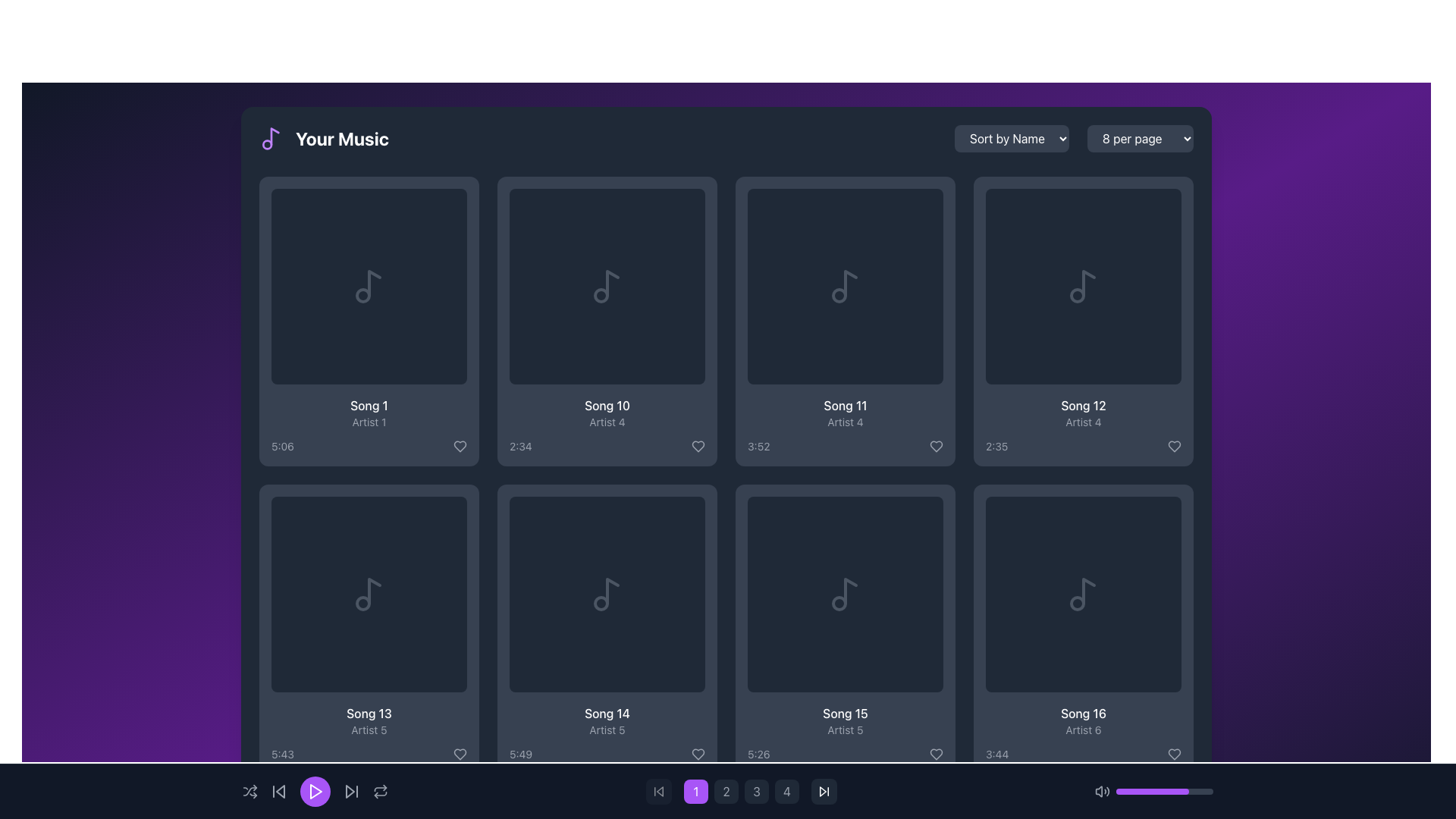 The height and width of the screenshot is (819, 1456). What do you see at coordinates (698, 755) in the screenshot?
I see `the heart-shaped icon button located below the 'Song 14' item to mark it as a favorite` at bounding box center [698, 755].